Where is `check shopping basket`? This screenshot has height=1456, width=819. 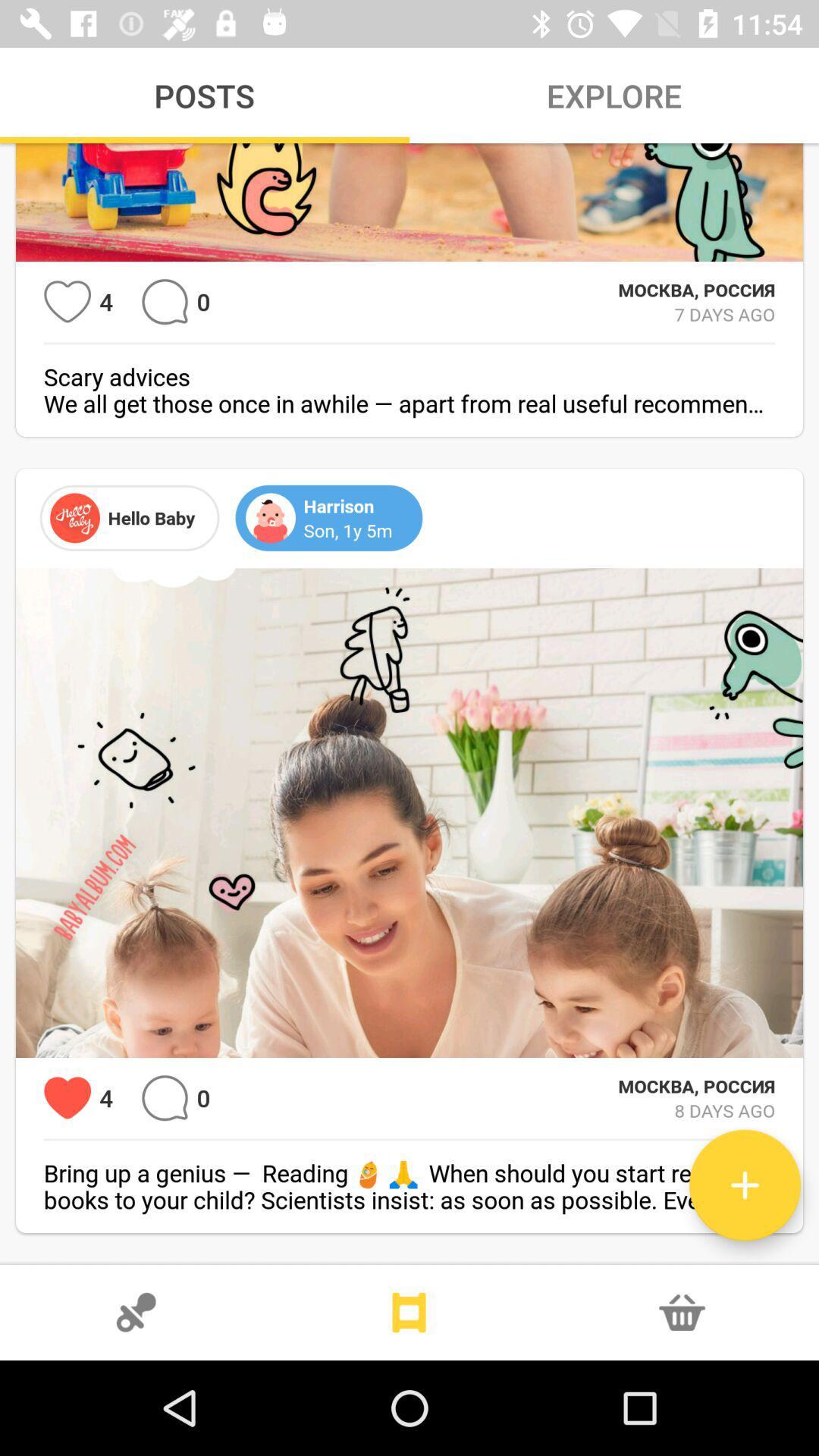
check shopping basket is located at coordinates (681, 1312).